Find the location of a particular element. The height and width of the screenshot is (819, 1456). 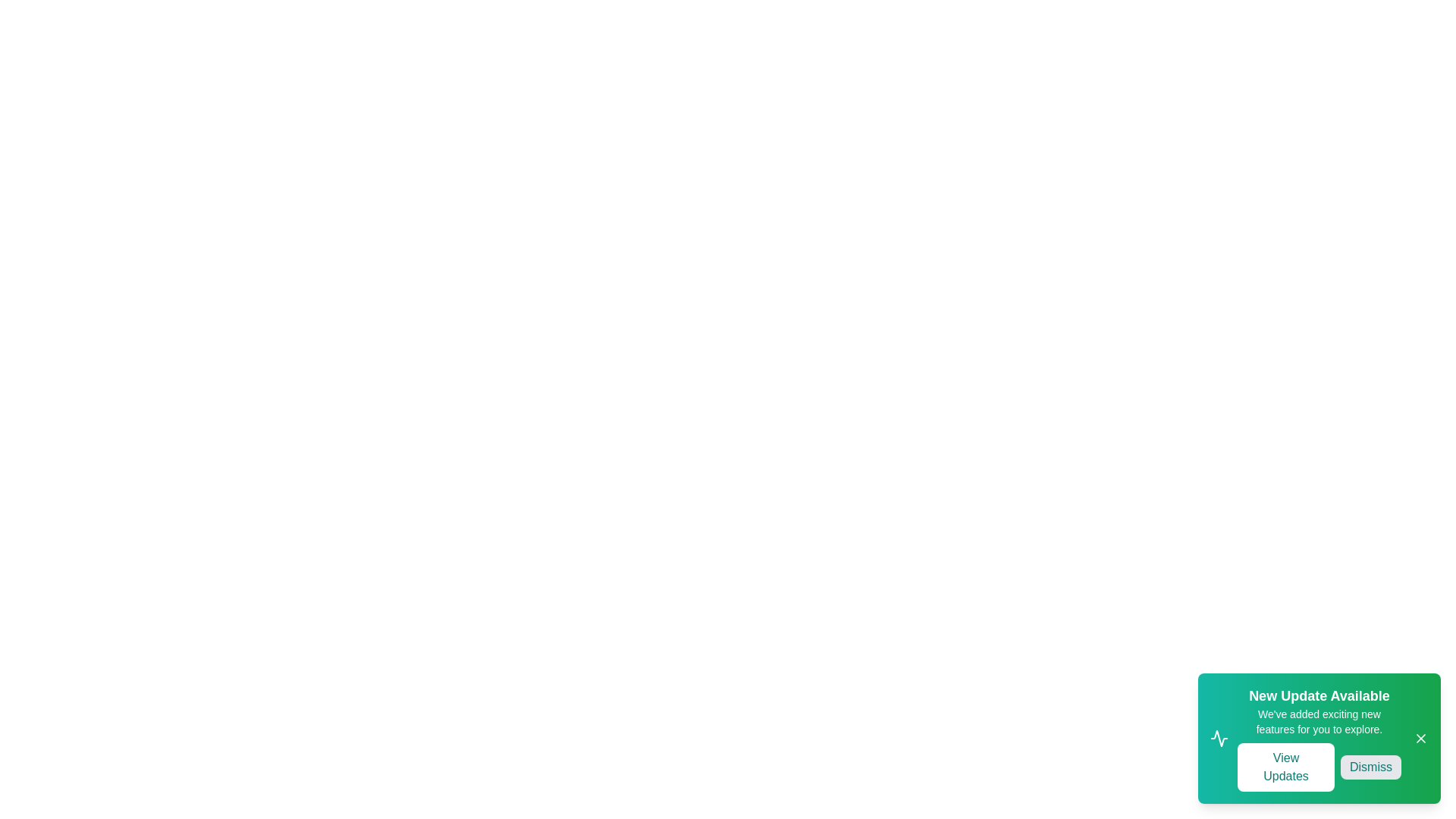

the 'View Updates' button to explore features is located at coordinates (1285, 767).